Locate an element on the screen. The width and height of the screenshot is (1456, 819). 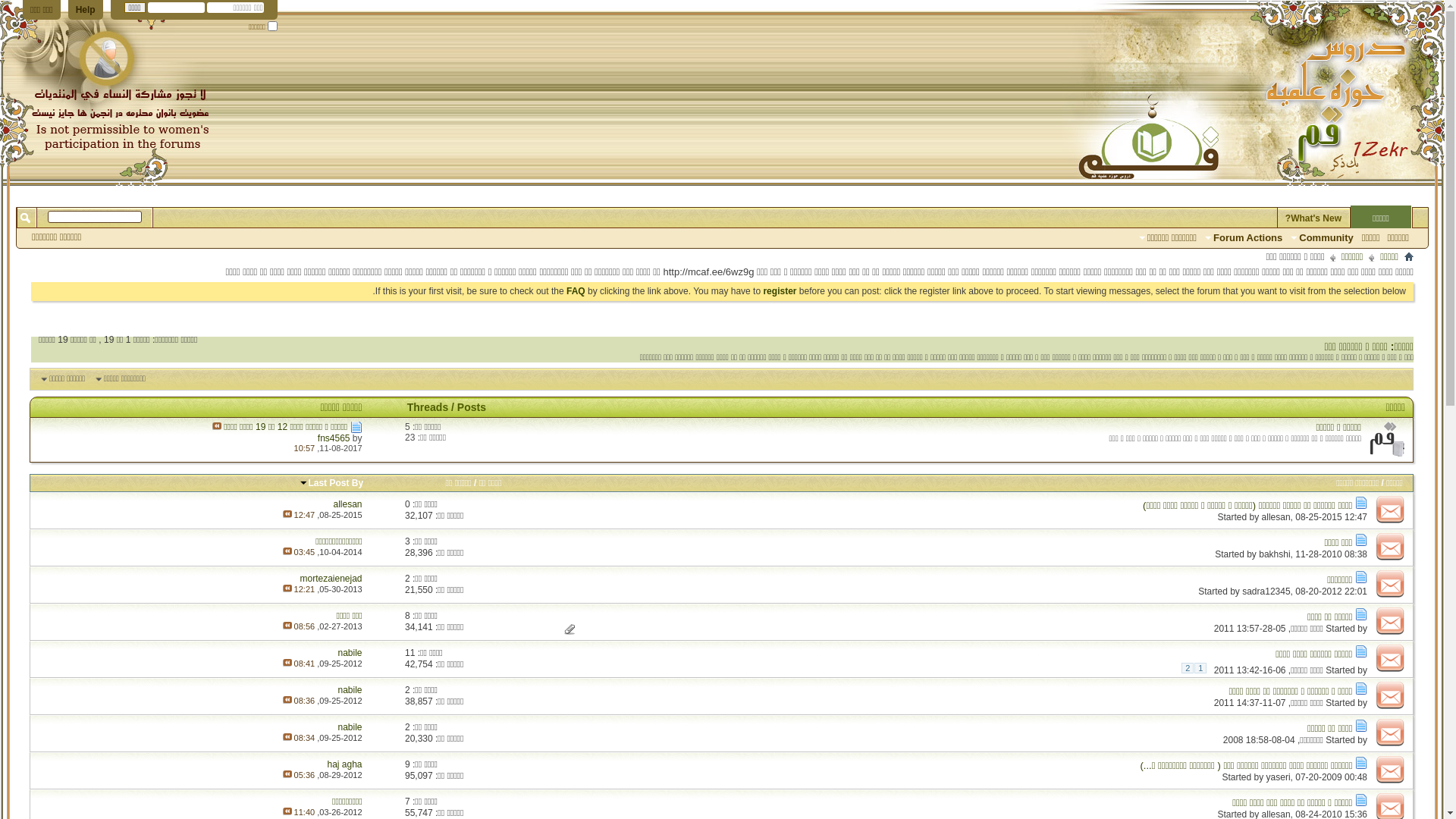
'allesan' is located at coordinates (1262, 516).